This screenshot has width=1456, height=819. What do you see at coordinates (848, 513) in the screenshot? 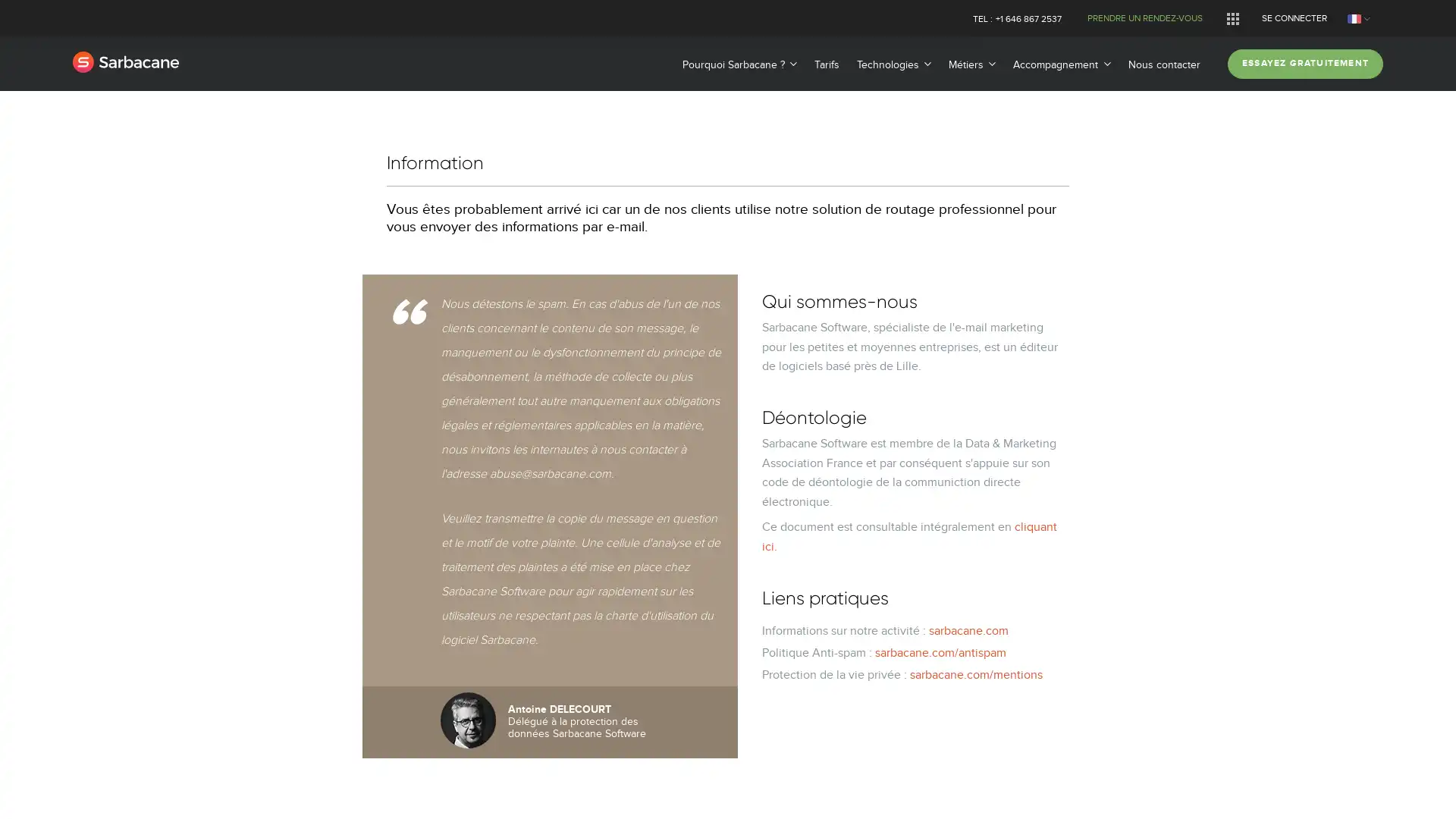
I see `OK pour moi` at bounding box center [848, 513].